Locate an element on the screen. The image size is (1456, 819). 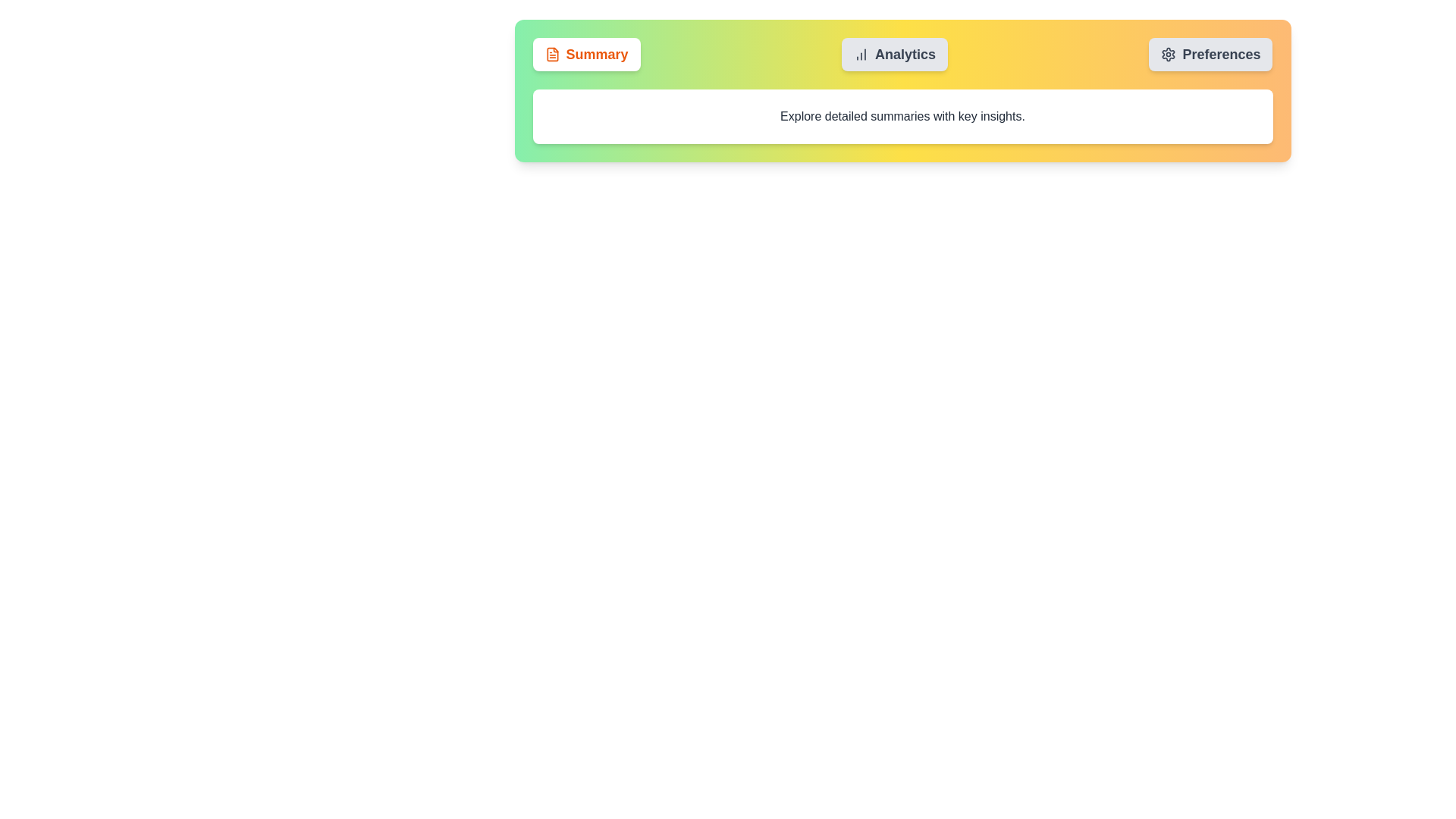
the 'Summary' text label, which is a bold orange label located to the right of a document icon in the top-left area of the interface is located at coordinates (596, 54).